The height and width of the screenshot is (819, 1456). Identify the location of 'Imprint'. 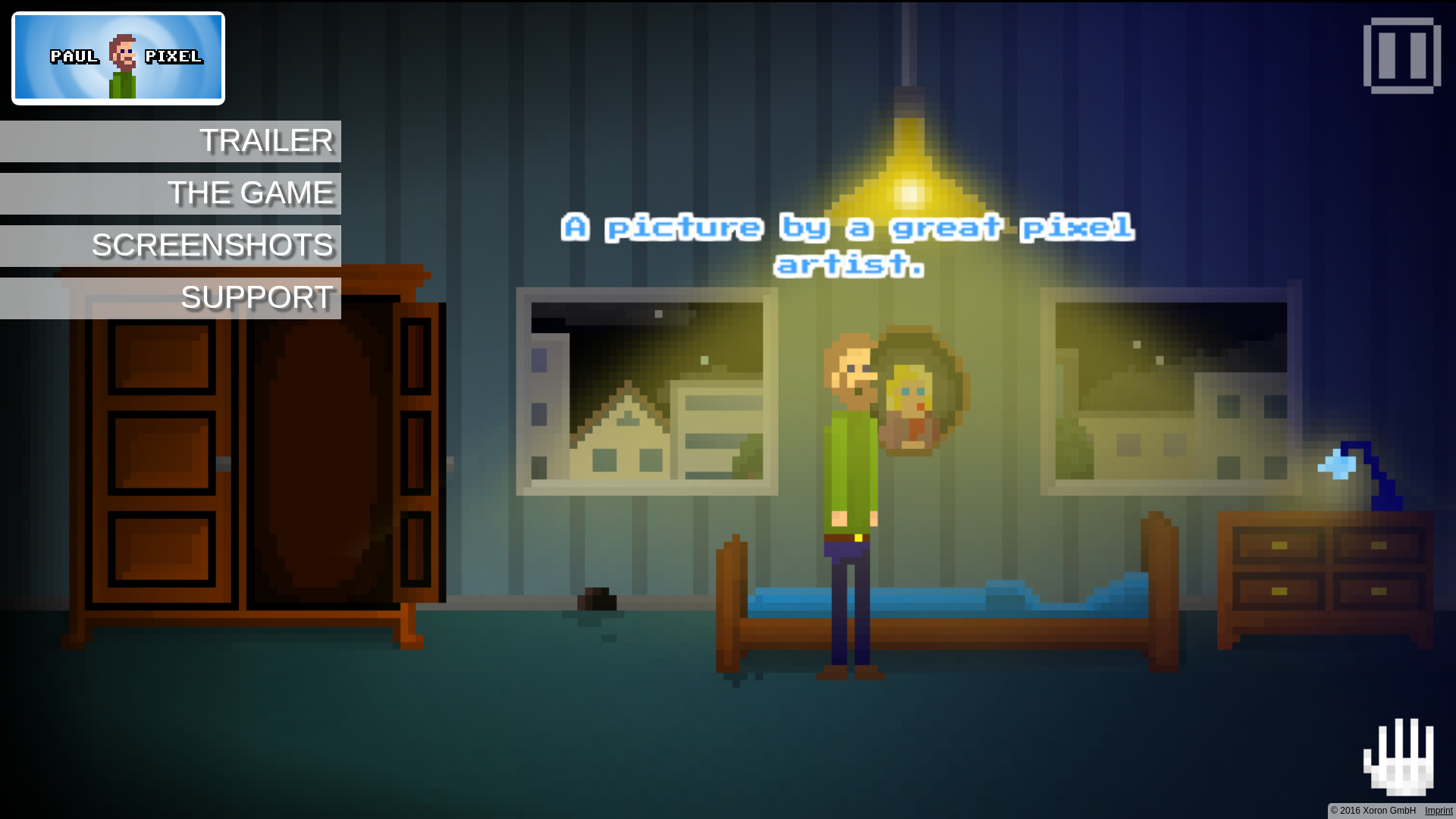
(1438, 809).